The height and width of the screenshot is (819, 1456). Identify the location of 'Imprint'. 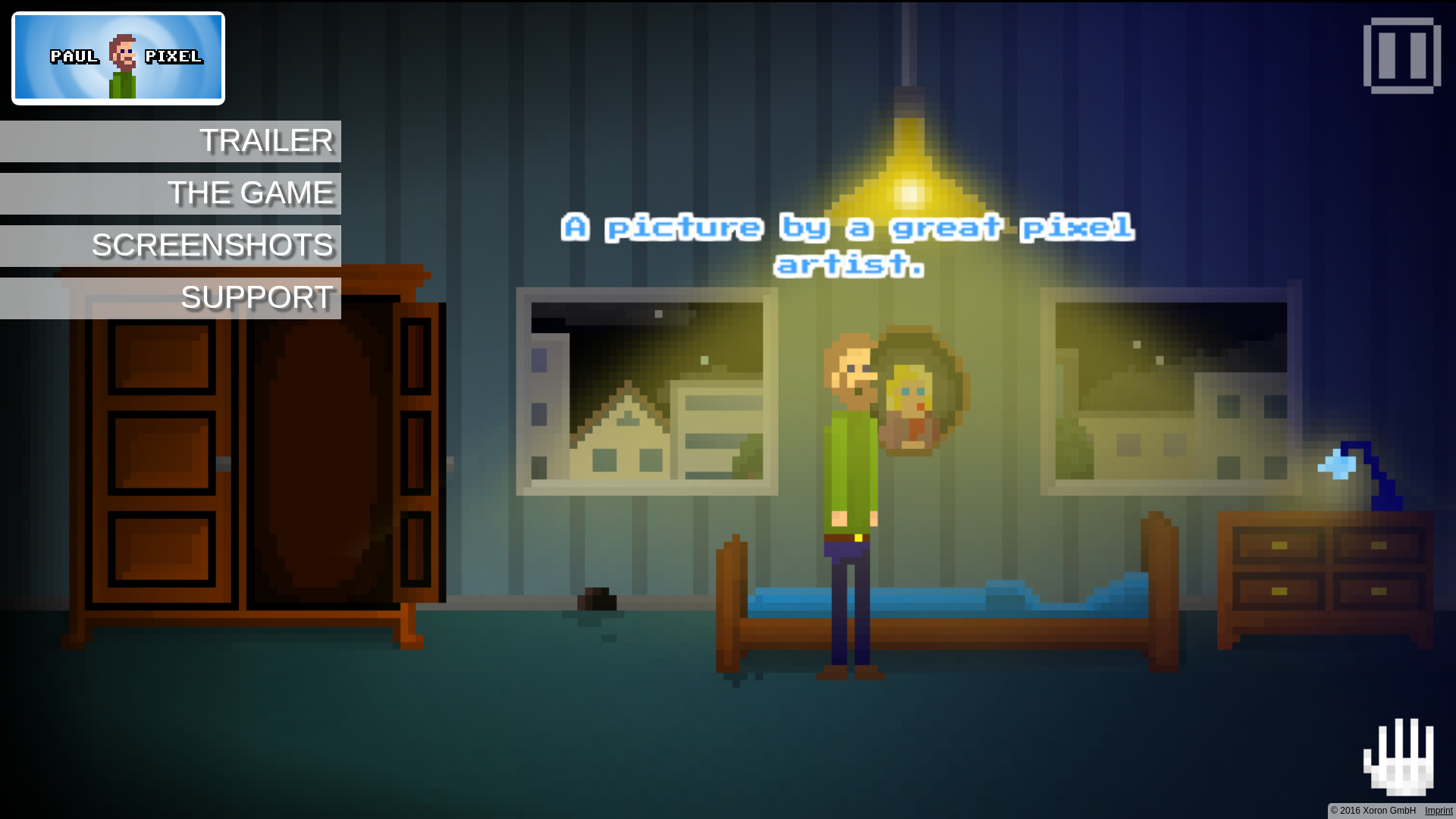
(1438, 809).